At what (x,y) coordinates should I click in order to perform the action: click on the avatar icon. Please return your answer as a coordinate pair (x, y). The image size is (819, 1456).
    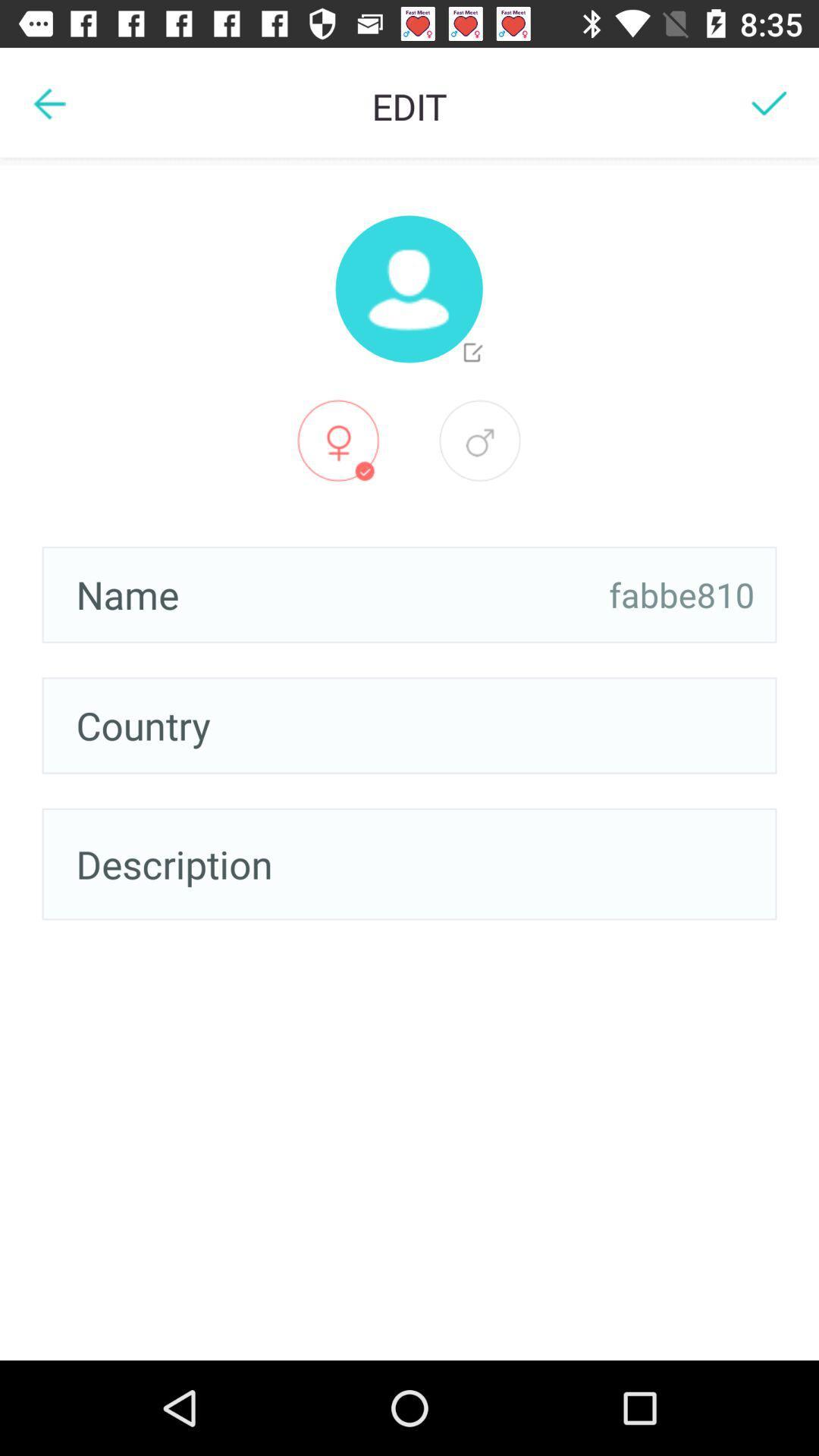
    Looking at the image, I should click on (408, 289).